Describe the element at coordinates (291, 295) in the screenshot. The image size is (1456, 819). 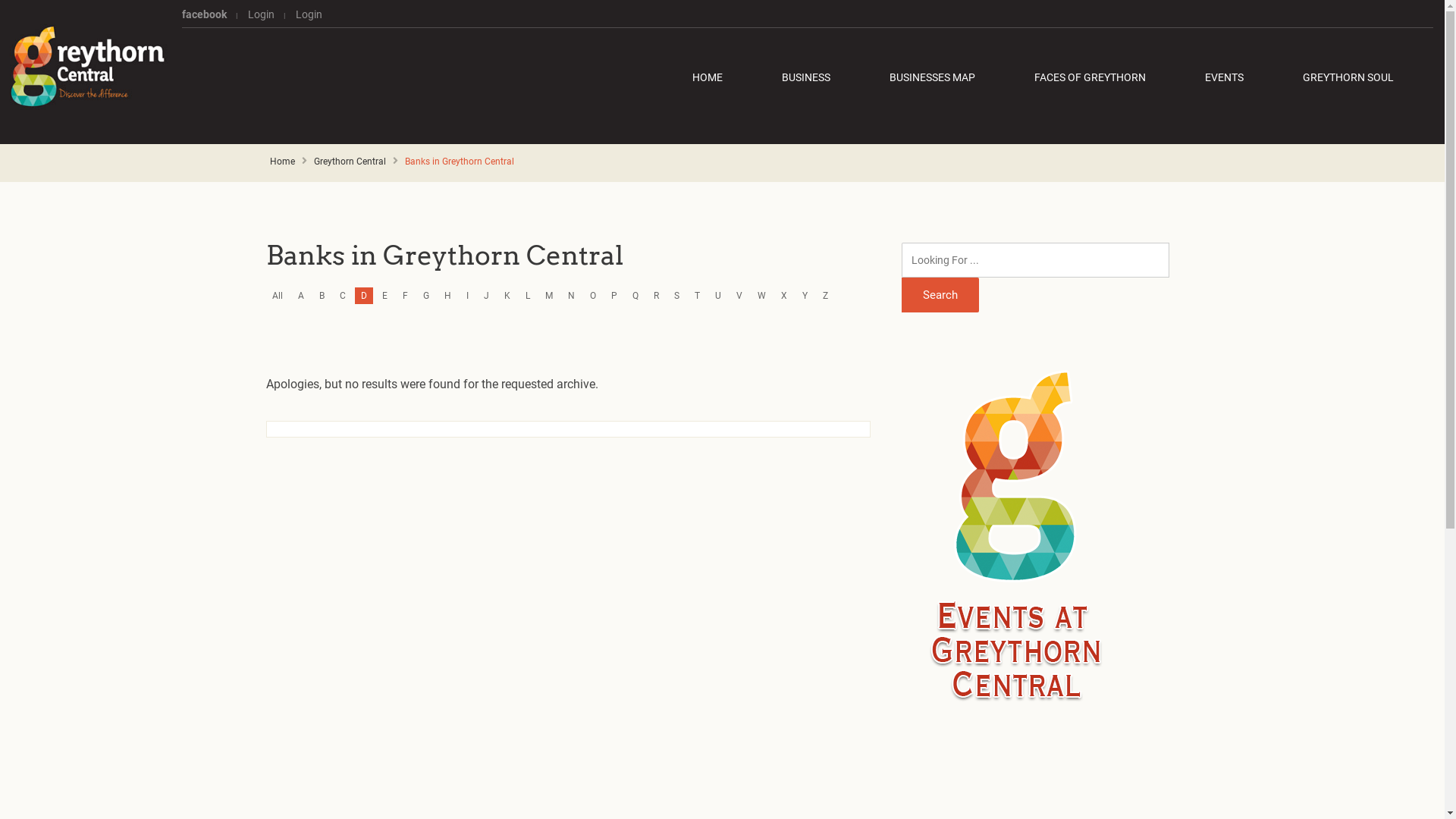
I see `'A'` at that location.